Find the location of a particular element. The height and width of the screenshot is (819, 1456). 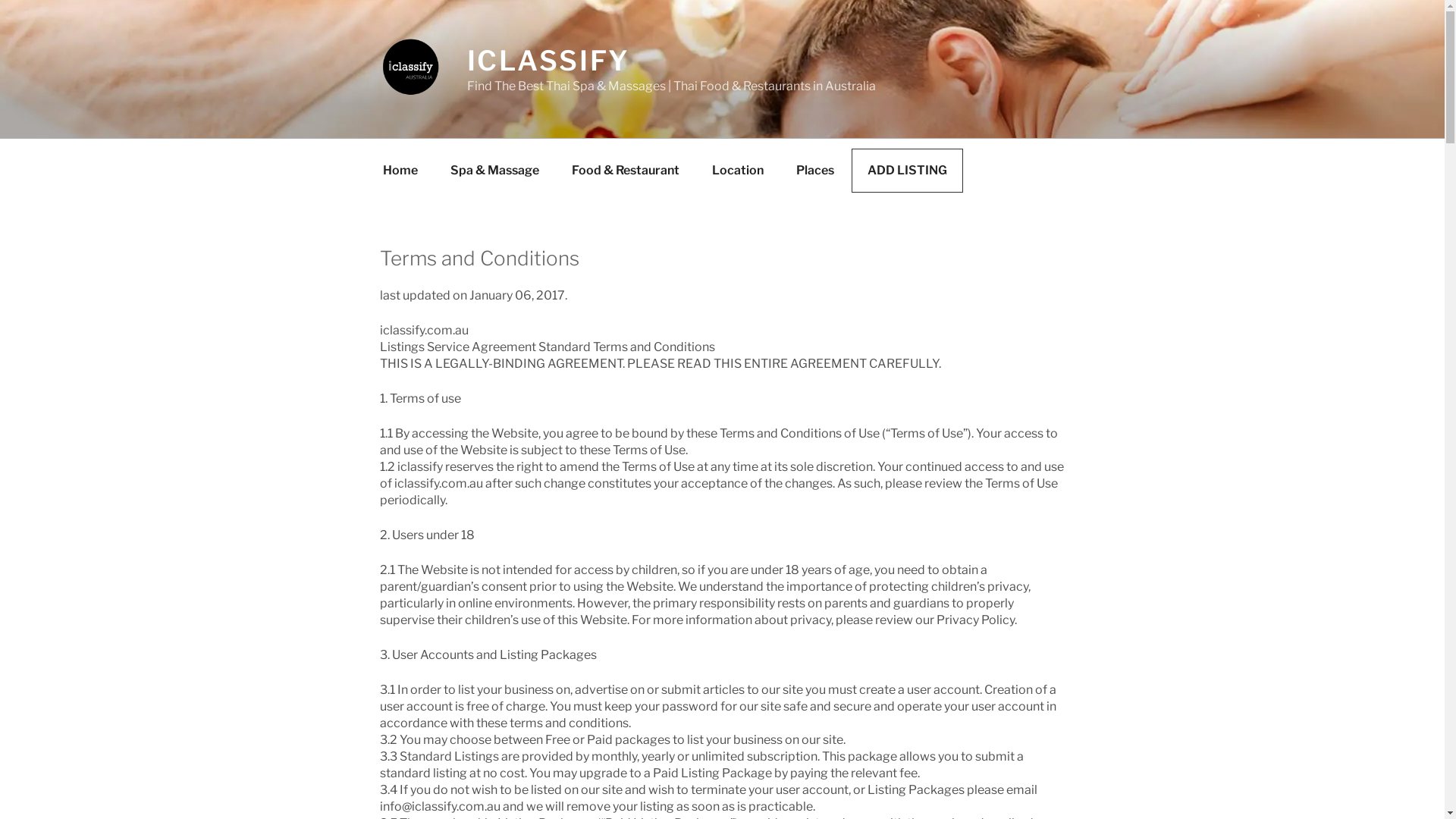

'Location' is located at coordinates (737, 170).